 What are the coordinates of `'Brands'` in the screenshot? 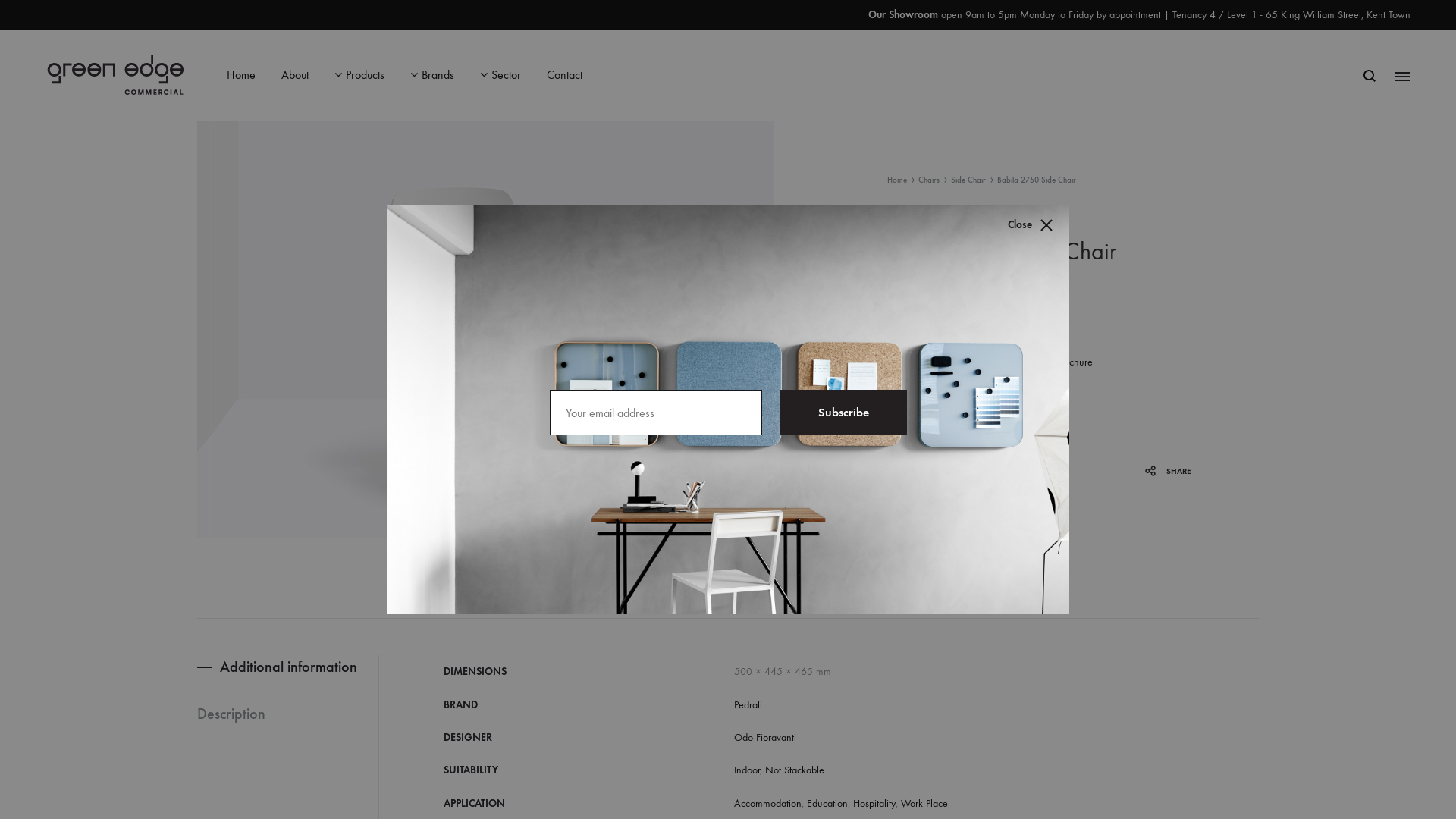 It's located at (431, 75).